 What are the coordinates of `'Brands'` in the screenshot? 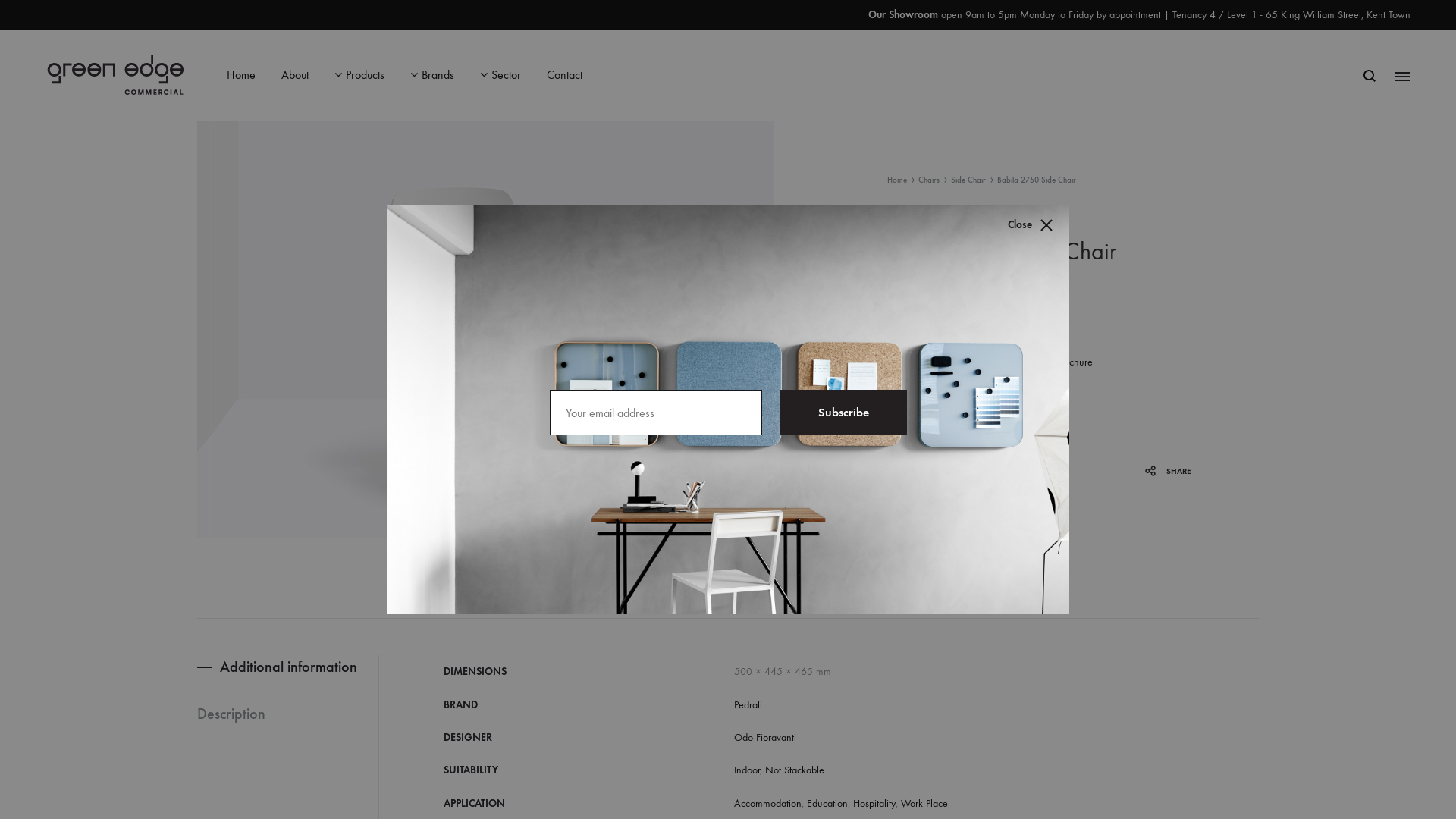 It's located at (431, 75).